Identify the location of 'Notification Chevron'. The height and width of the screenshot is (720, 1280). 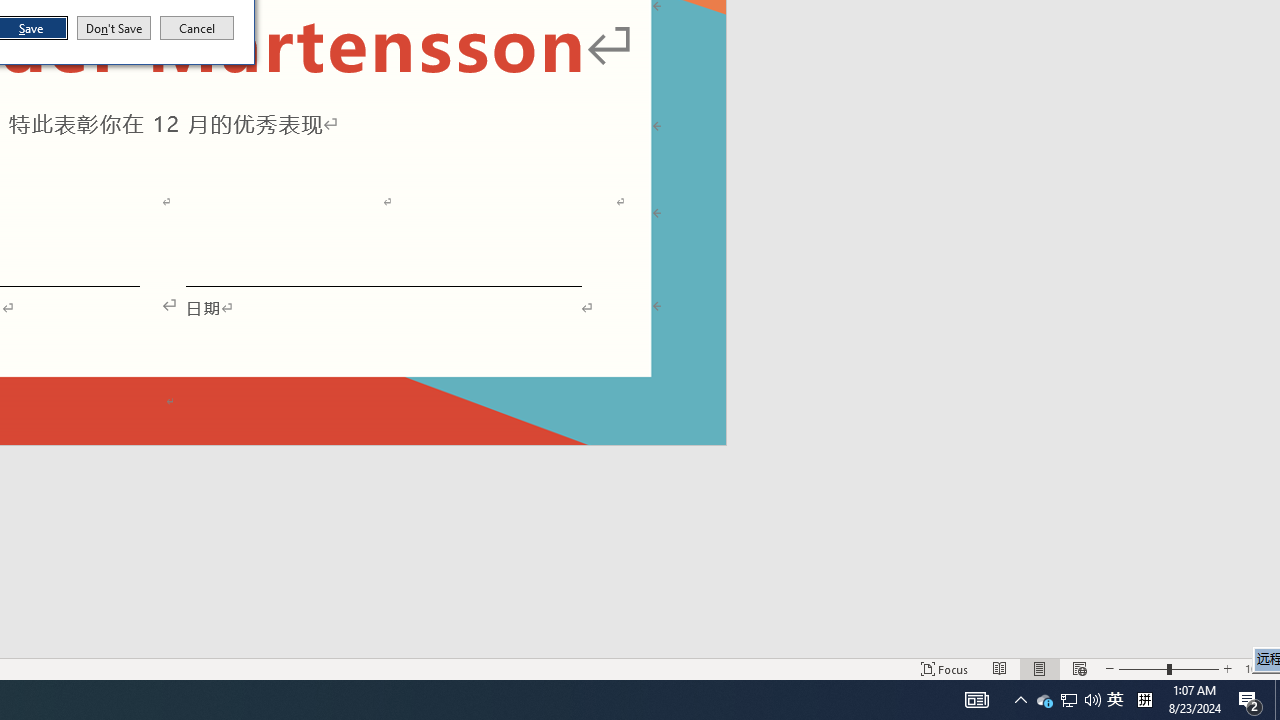
(1020, 698).